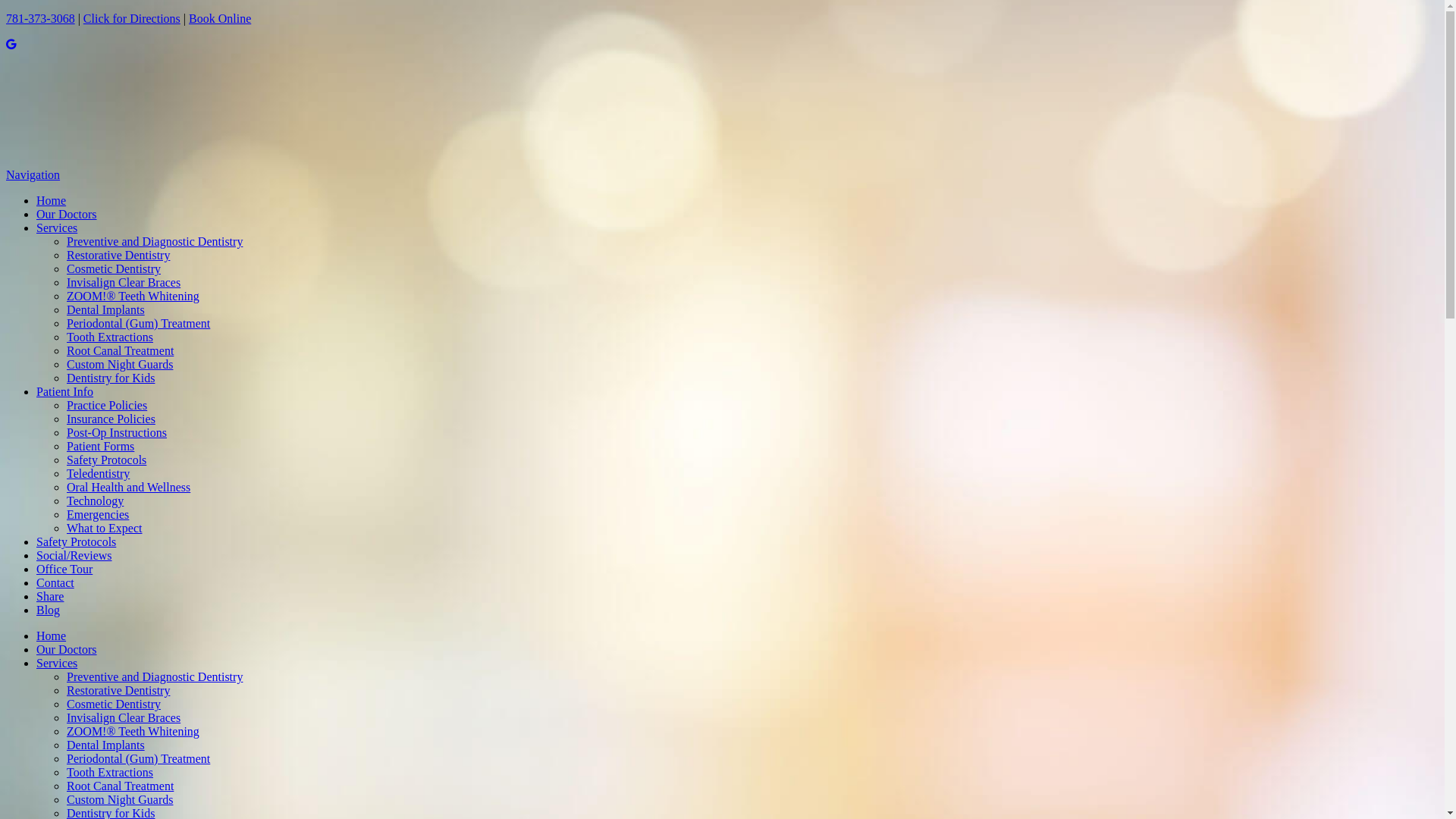 Image resolution: width=1456 pixels, height=819 pixels. What do you see at coordinates (131, 18) in the screenshot?
I see `'Click for Directions'` at bounding box center [131, 18].